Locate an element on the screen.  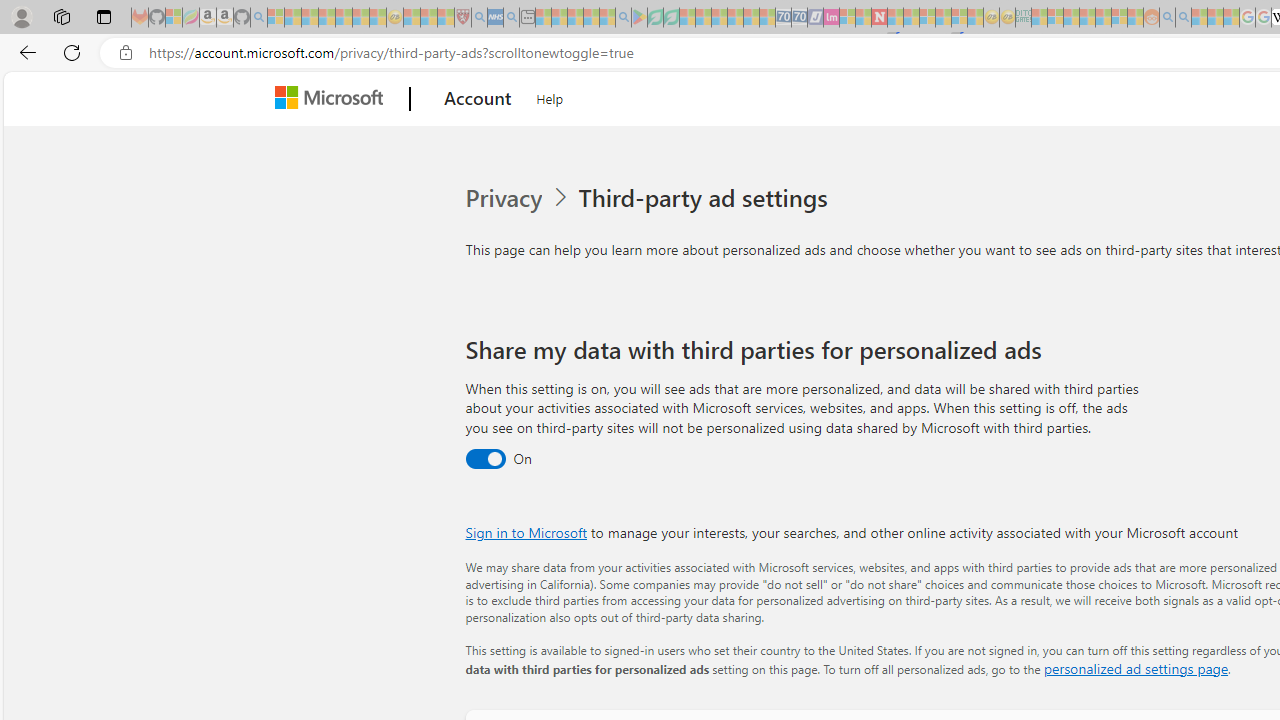
'Third-party ad settings' is located at coordinates (707, 198).